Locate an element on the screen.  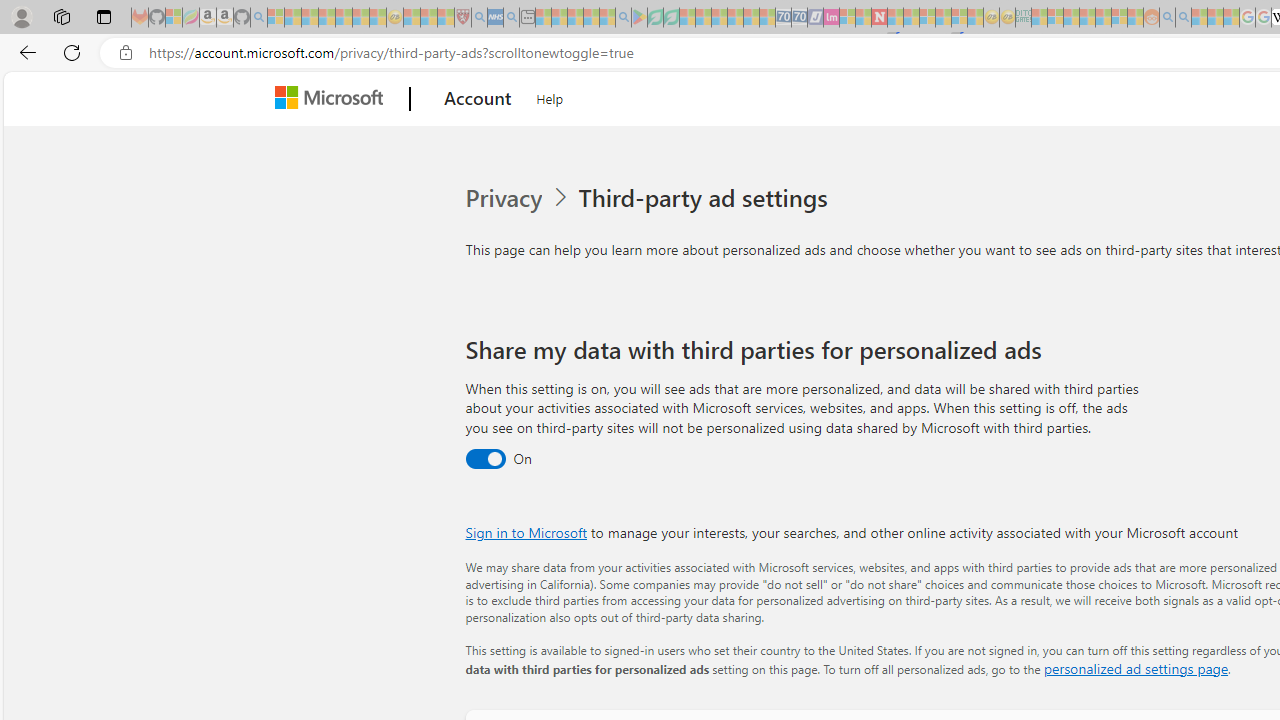
'Third-party ad settings' is located at coordinates (707, 198).